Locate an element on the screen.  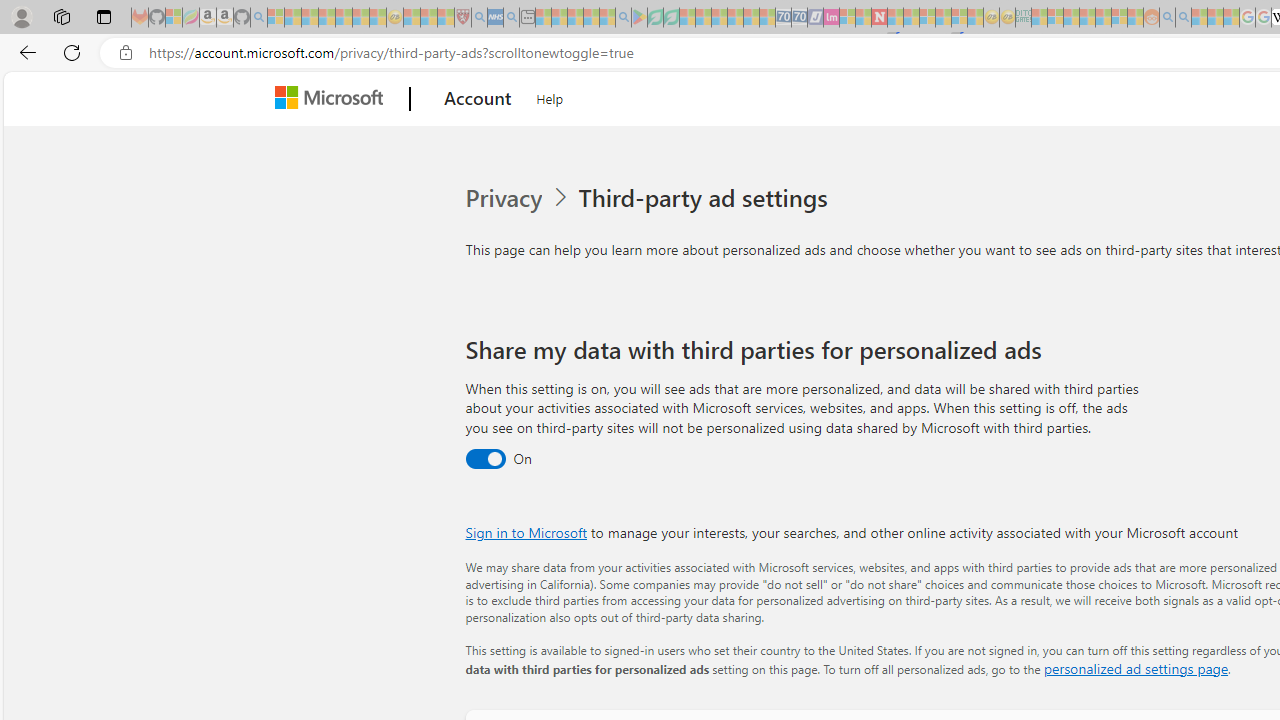
'Third-party ad settings' is located at coordinates (707, 198).